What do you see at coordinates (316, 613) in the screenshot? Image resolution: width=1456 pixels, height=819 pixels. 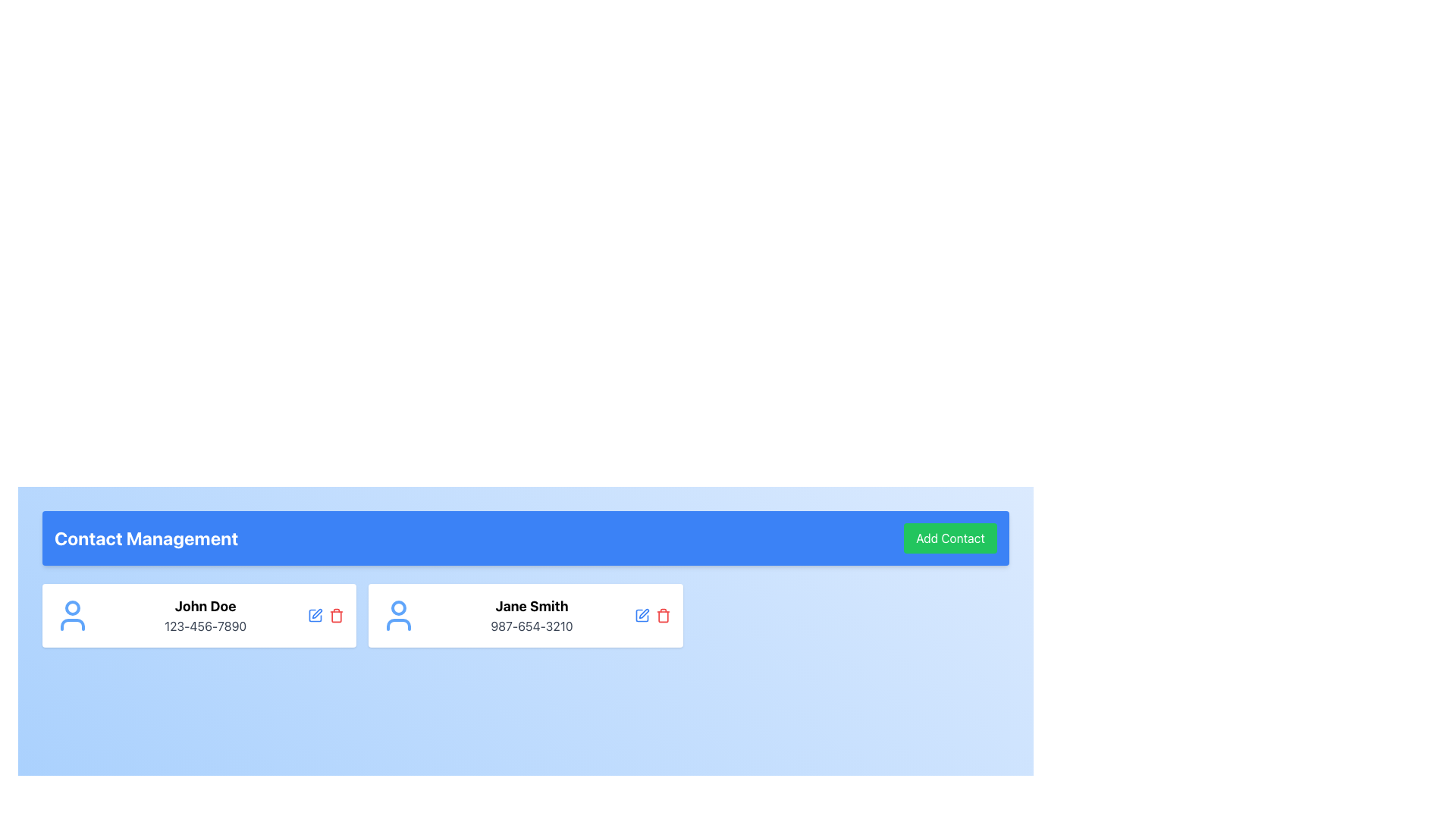 I see `the edit icon button located in the top-right corner of the contact card for 'John Doe' to initiate editing of the contact details` at bounding box center [316, 613].